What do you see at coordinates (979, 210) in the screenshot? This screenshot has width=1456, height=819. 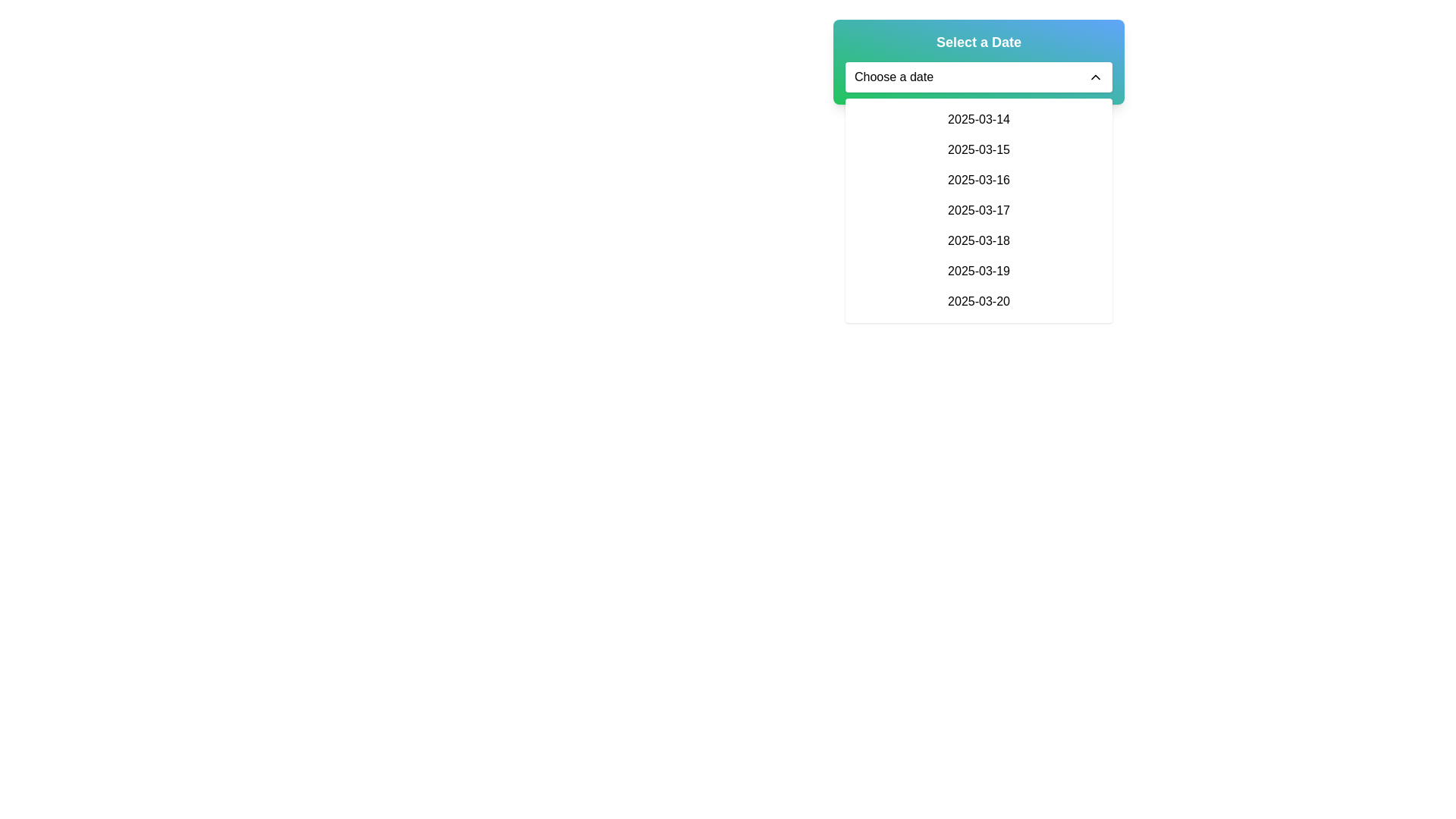 I see `the fourth date '2025-03-17' in the dropdown menu located below the 'Choose a date' button` at bounding box center [979, 210].